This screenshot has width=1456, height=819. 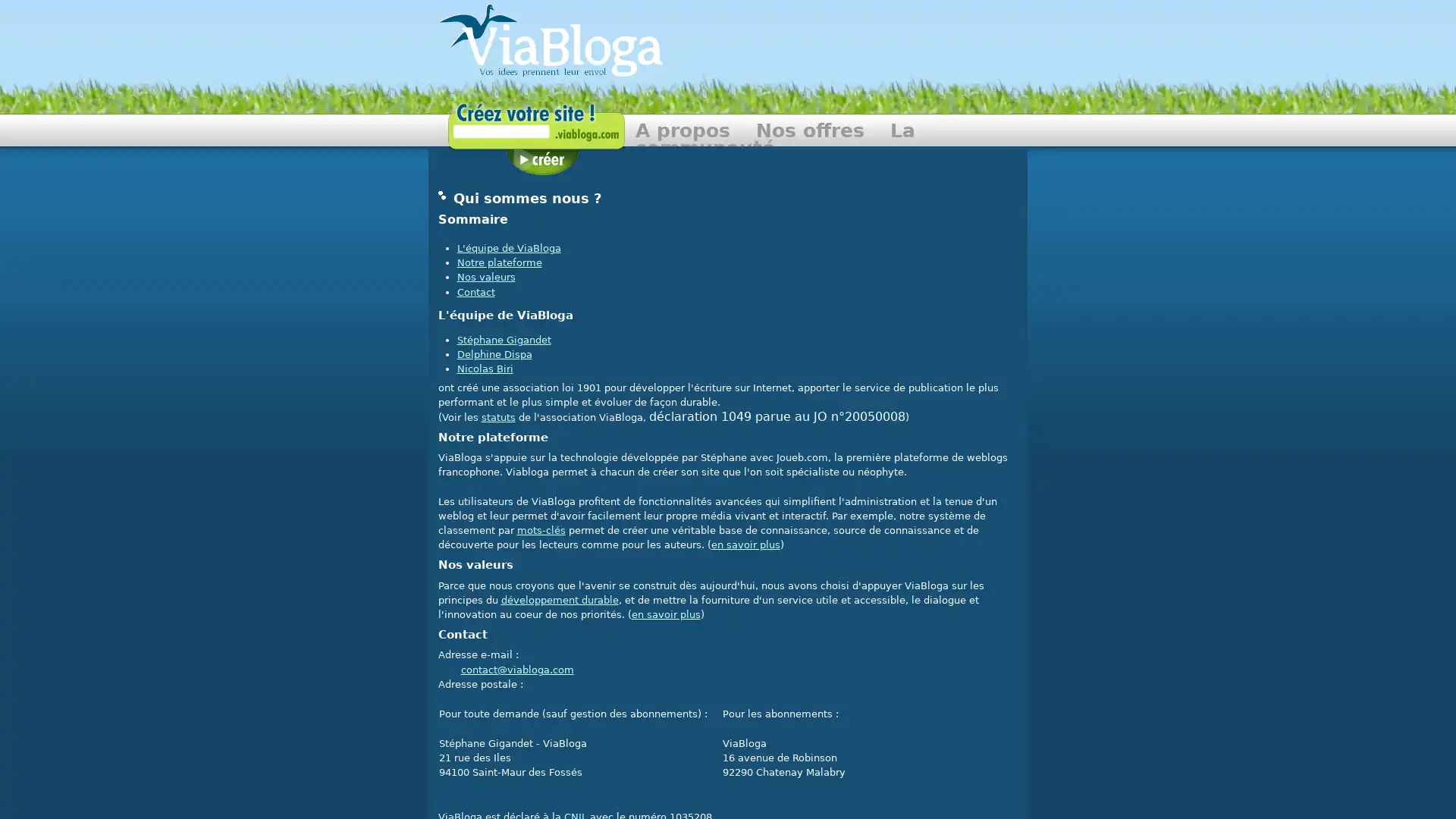 What do you see at coordinates (542, 162) in the screenshot?
I see `Creer` at bounding box center [542, 162].